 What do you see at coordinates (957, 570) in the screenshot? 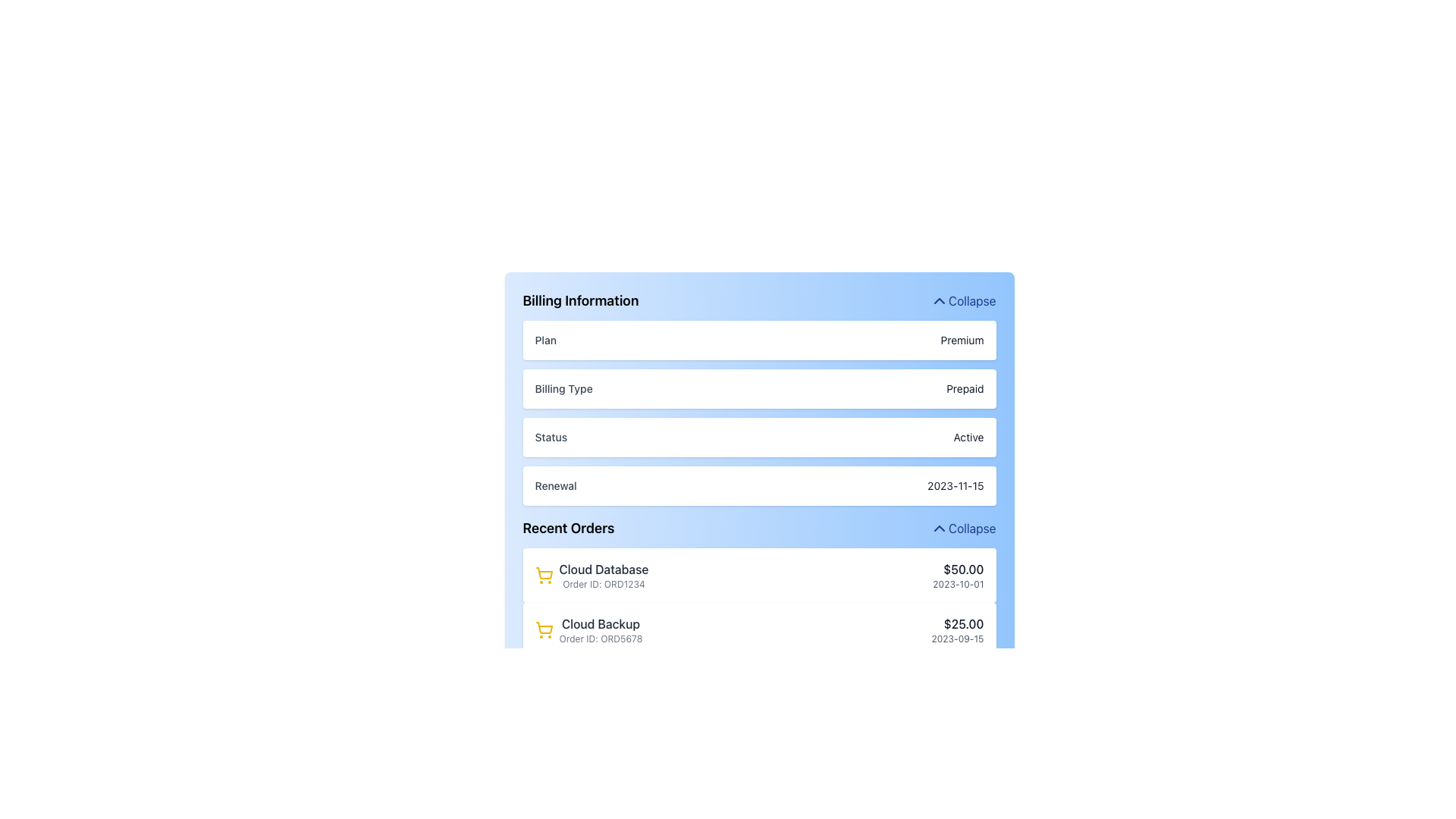
I see `the static text display showing the amount associated with the first order in the 'Recent Orders' section, located in the top-right corner` at bounding box center [957, 570].